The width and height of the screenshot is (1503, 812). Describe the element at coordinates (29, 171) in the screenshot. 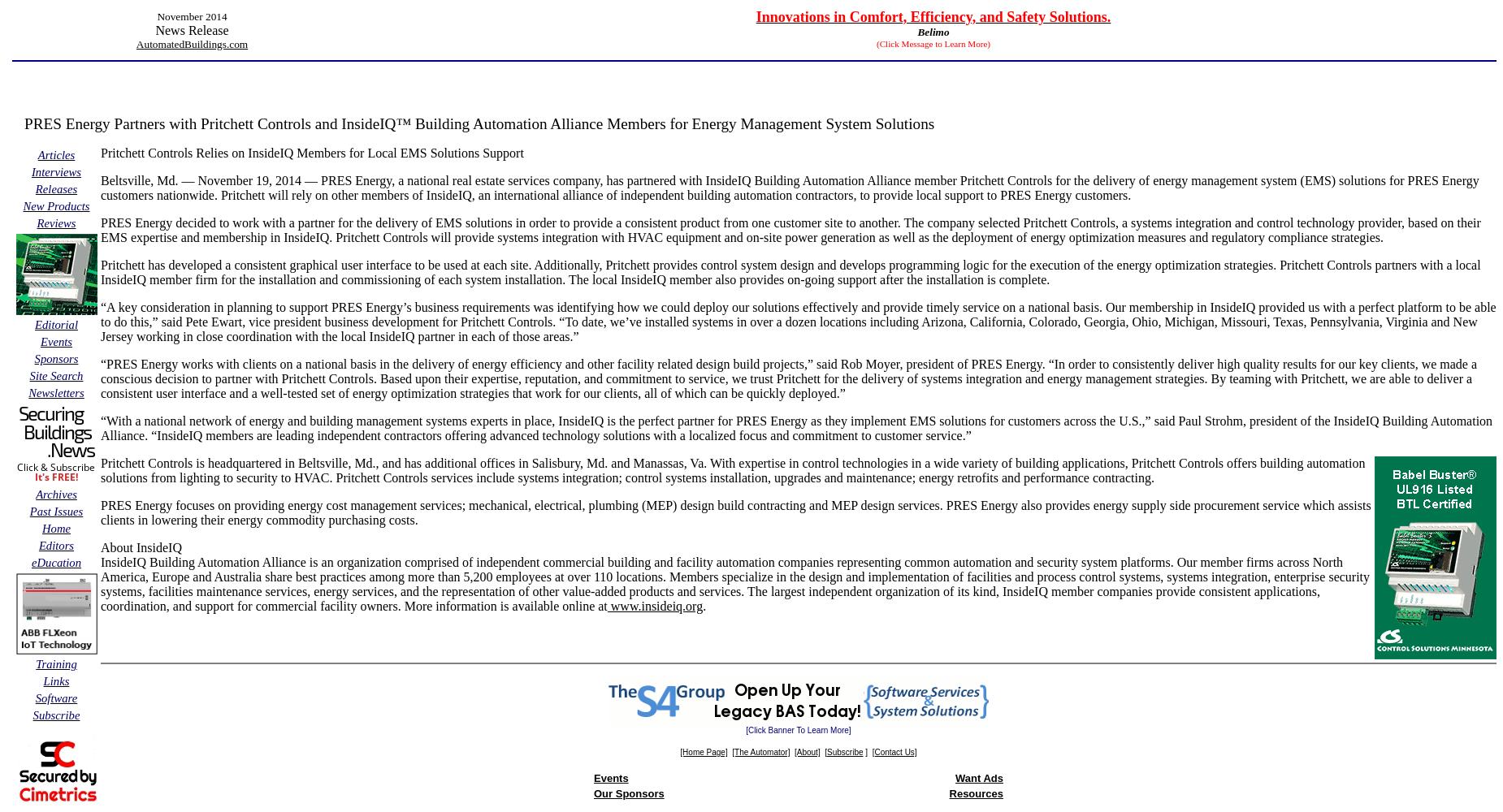

I see `'Interviews'` at that location.